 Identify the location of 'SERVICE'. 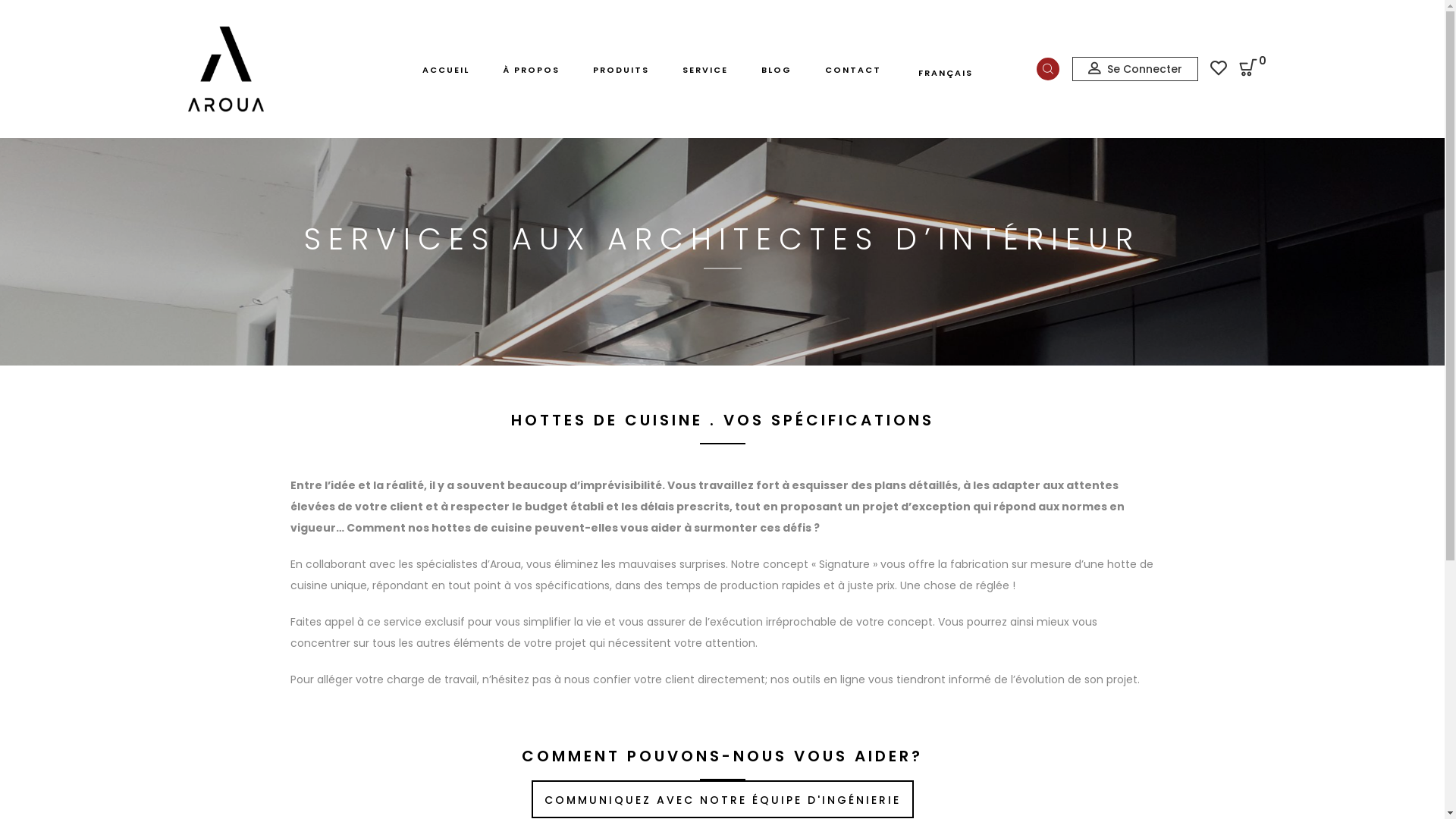
(704, 70).